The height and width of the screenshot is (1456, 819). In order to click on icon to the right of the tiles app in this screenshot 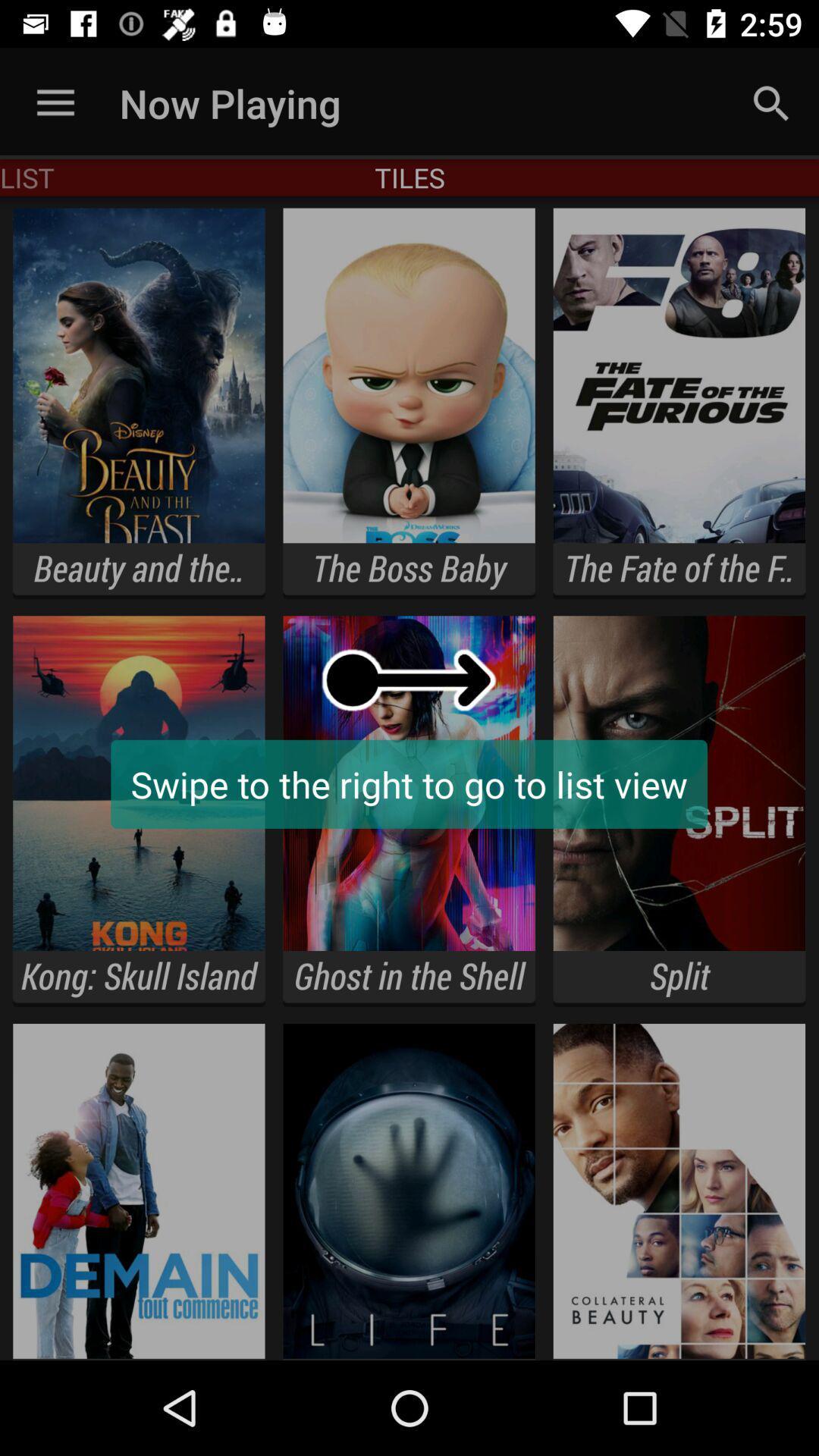, I will do `click(771, 102)`.